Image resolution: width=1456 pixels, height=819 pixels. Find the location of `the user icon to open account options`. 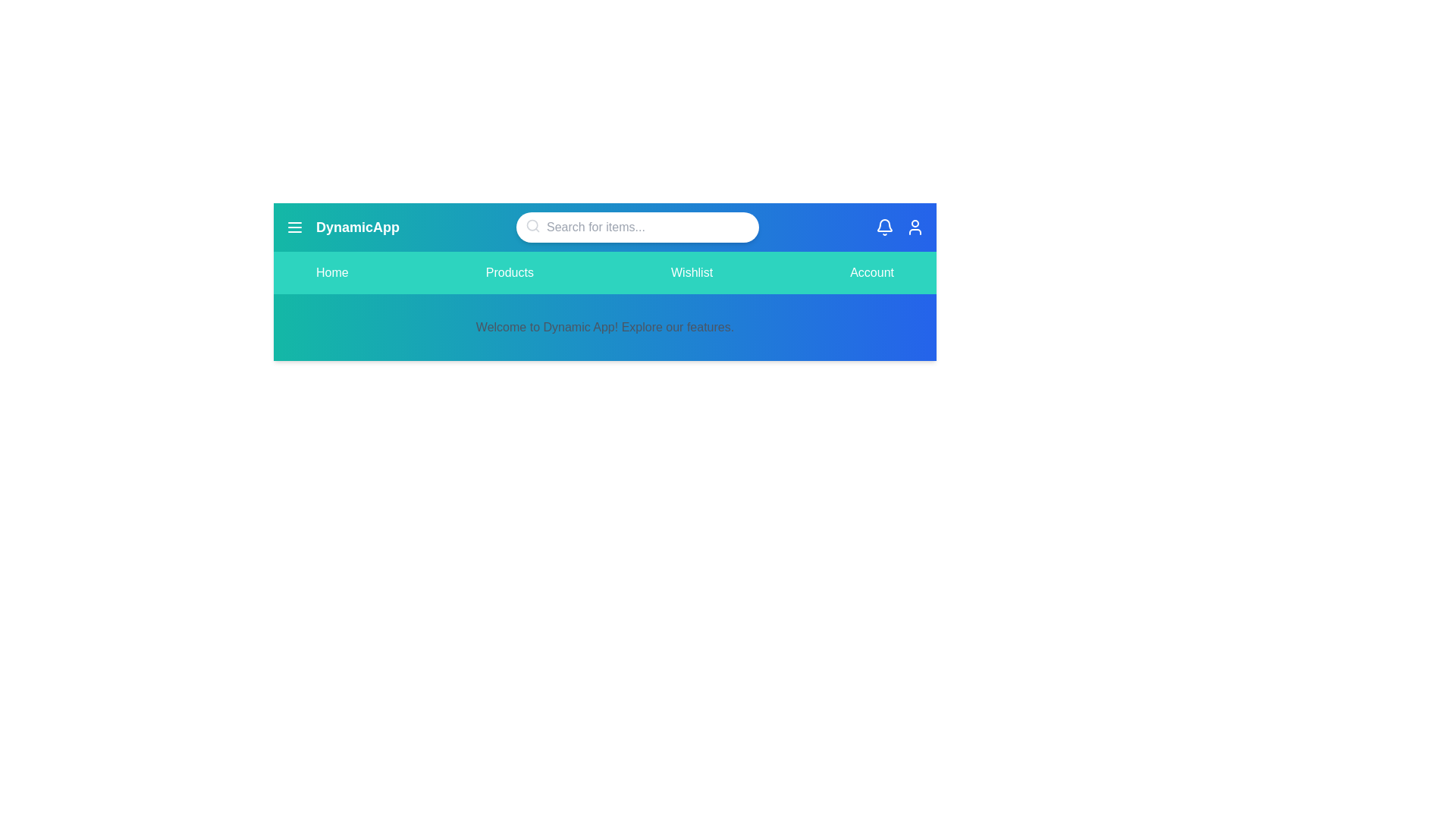

the user icon to open account options is located at coordinates (914, 227).